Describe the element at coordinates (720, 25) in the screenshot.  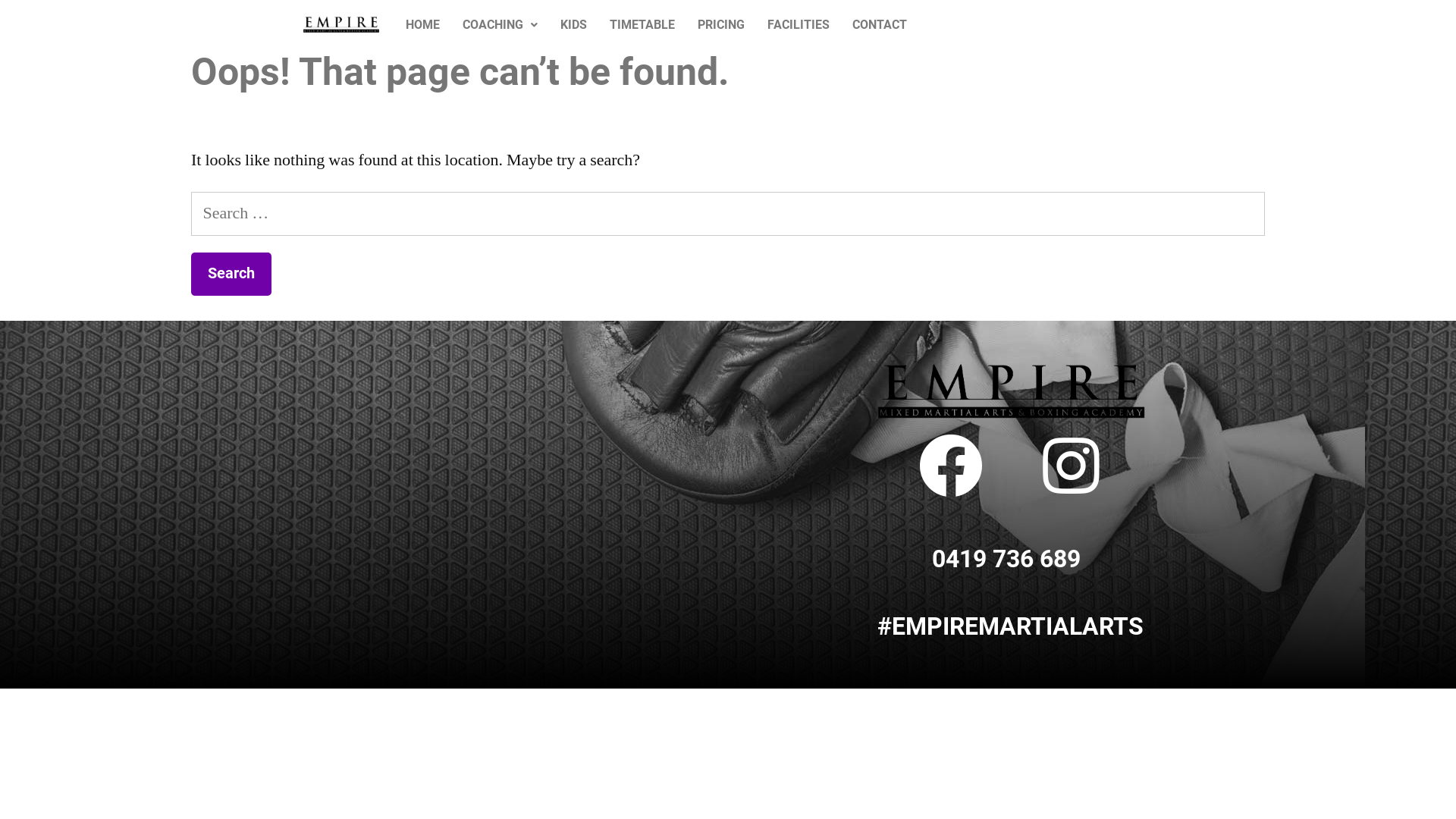
I see `'PRICING'` at that location.